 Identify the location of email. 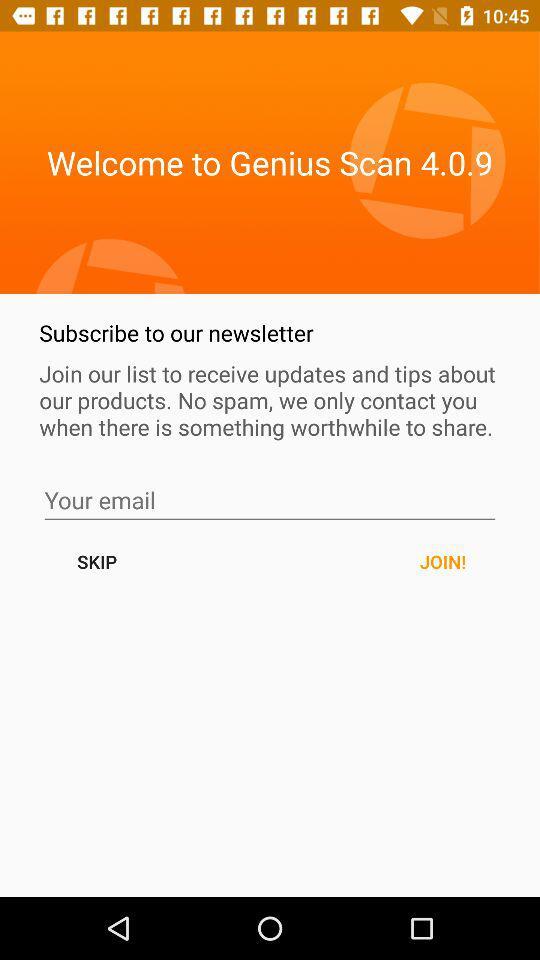
(270, 499).